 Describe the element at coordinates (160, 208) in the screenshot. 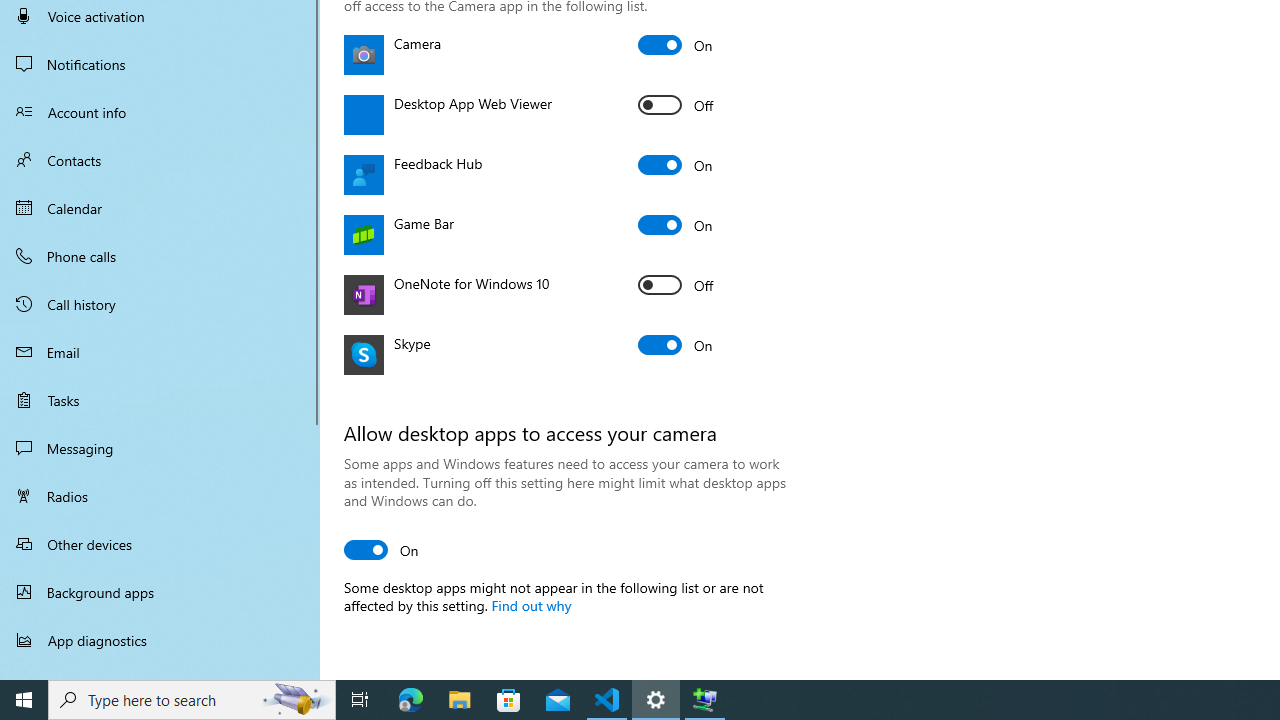

I see `'Calendar'` at that location.